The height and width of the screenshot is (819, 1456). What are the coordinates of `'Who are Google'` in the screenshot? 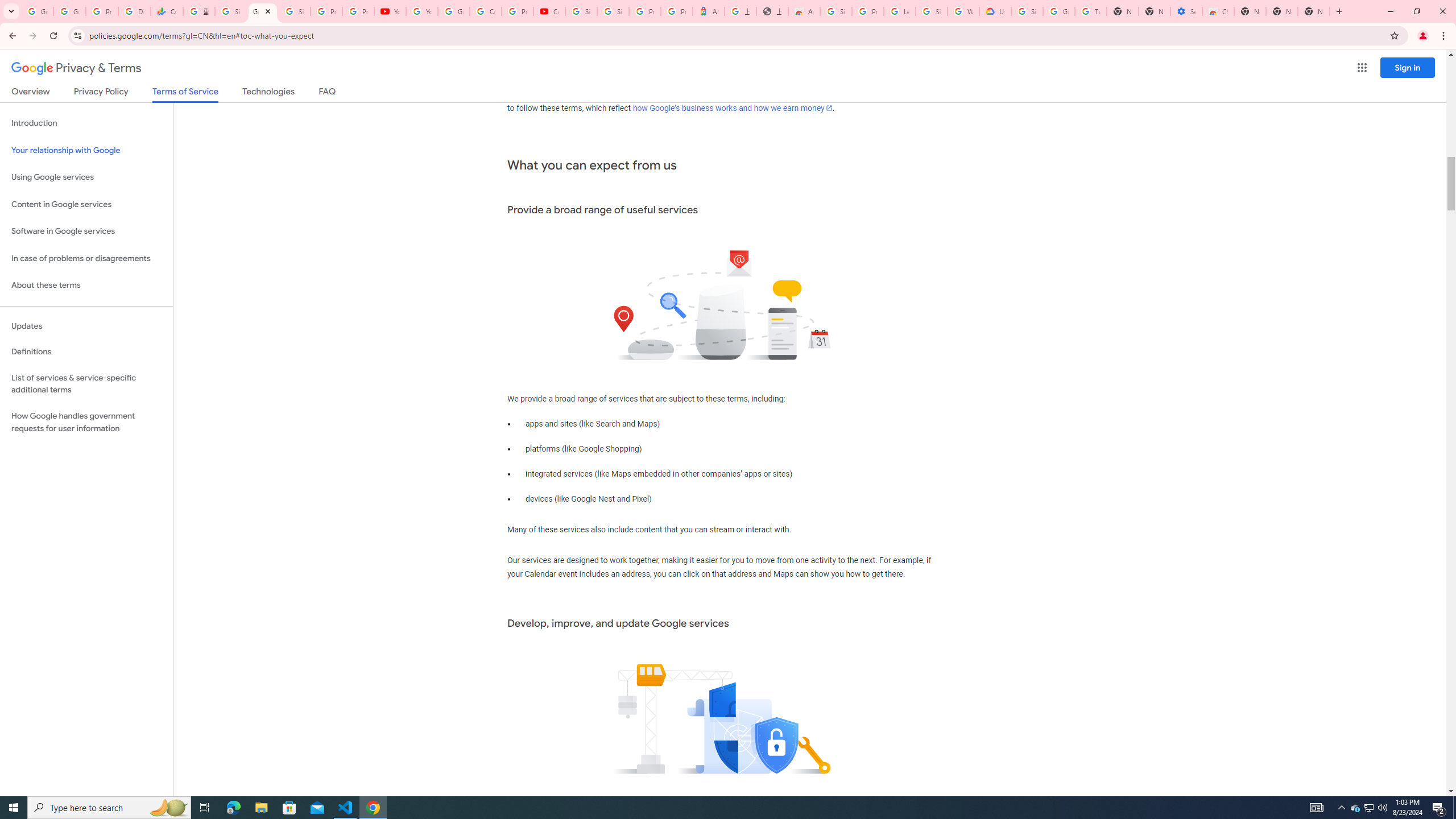 It's located at (962, 11).